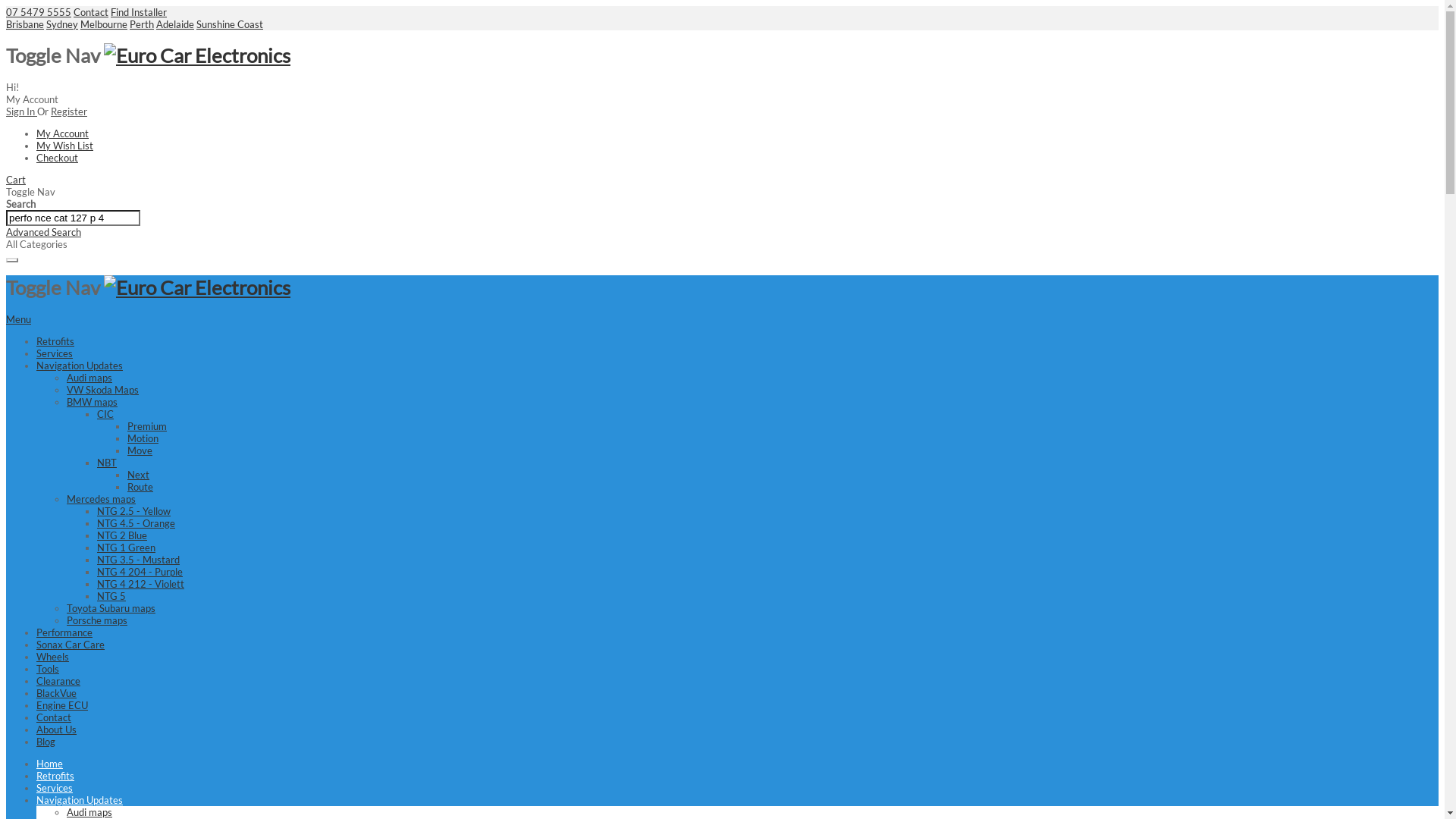  Describe the element at coordinates (64, 632) in the screenshot. I see `'Performance'` at that location.